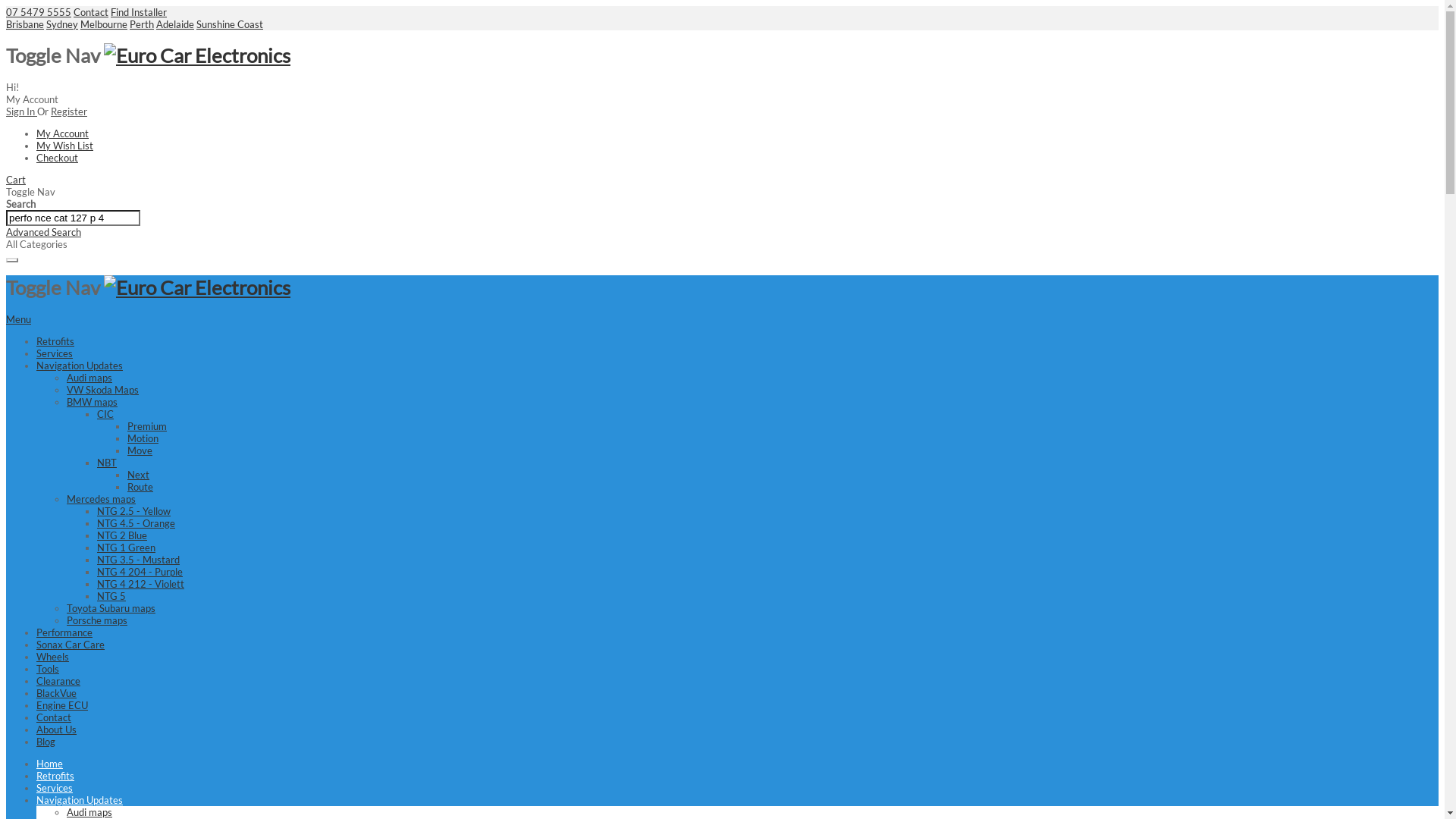  Describe the element at coordinates (64, 632) in the screenshot. I see `'Performance'` at that location.